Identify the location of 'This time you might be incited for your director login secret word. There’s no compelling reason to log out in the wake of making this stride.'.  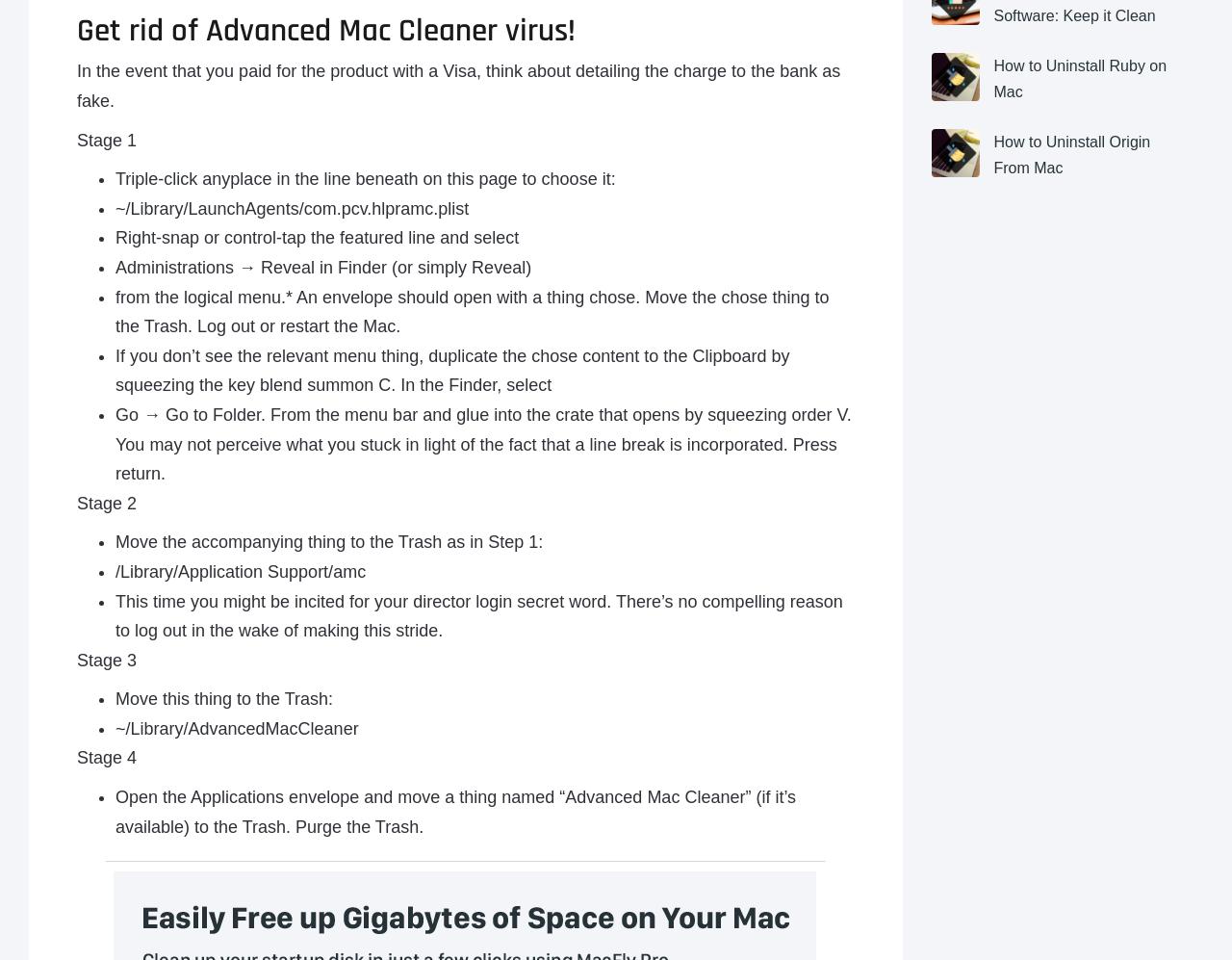
(478, 615).